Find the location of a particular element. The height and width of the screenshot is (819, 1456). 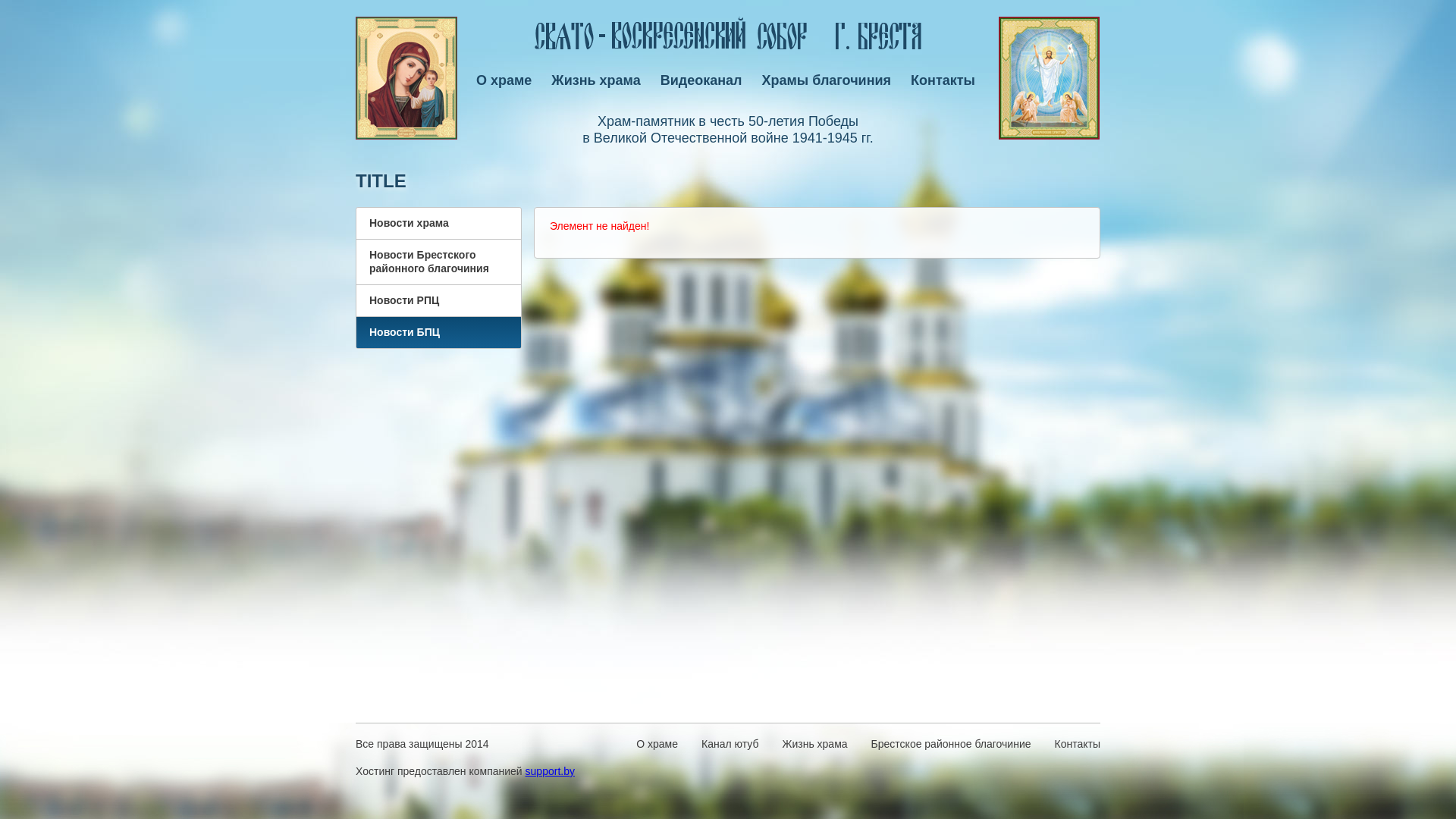

'support.by' is located at coordinates (525, 771).